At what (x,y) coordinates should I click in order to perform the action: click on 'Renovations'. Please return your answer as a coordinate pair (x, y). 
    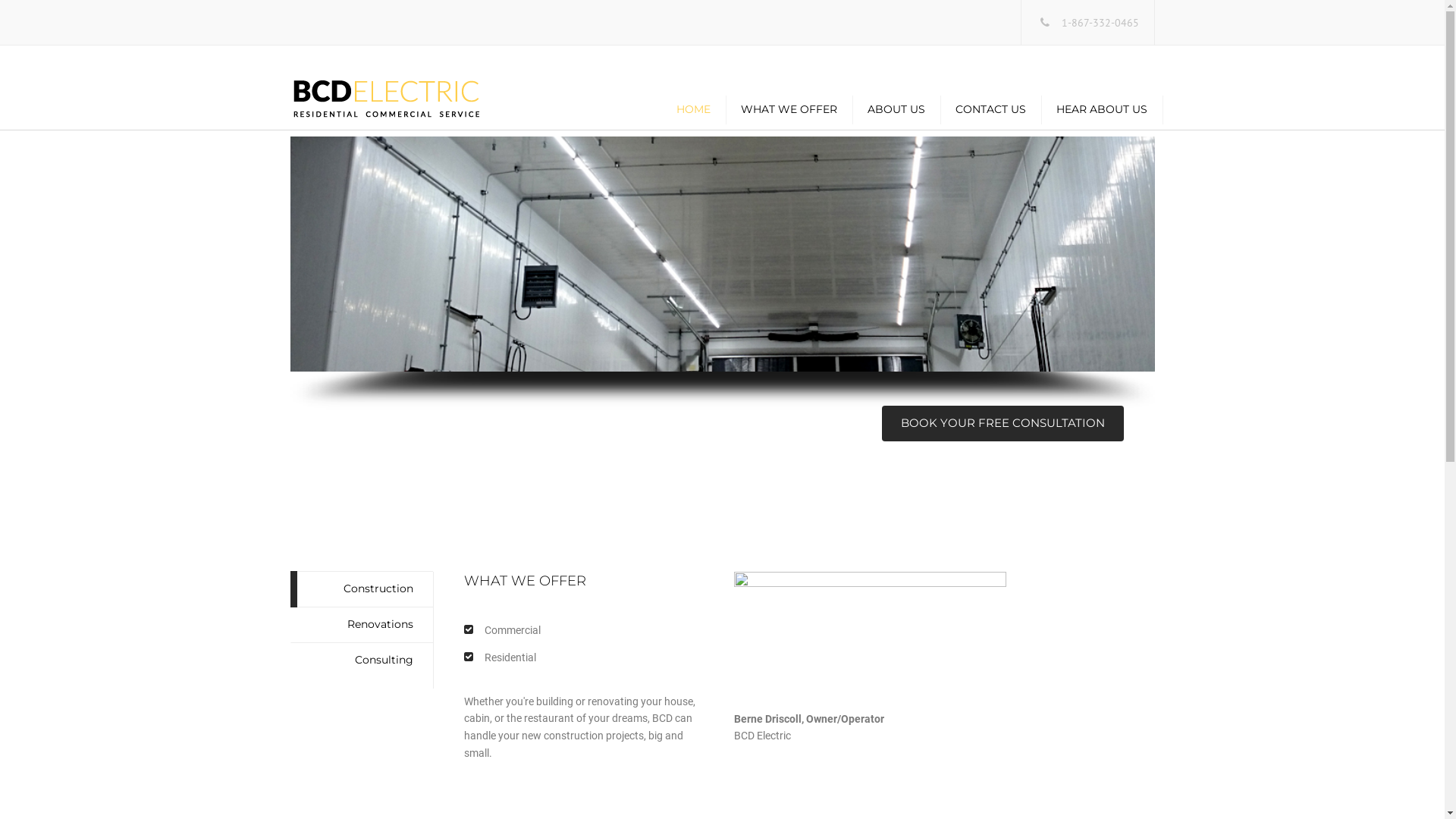
    Looking at the image, I should click on (360, 625).